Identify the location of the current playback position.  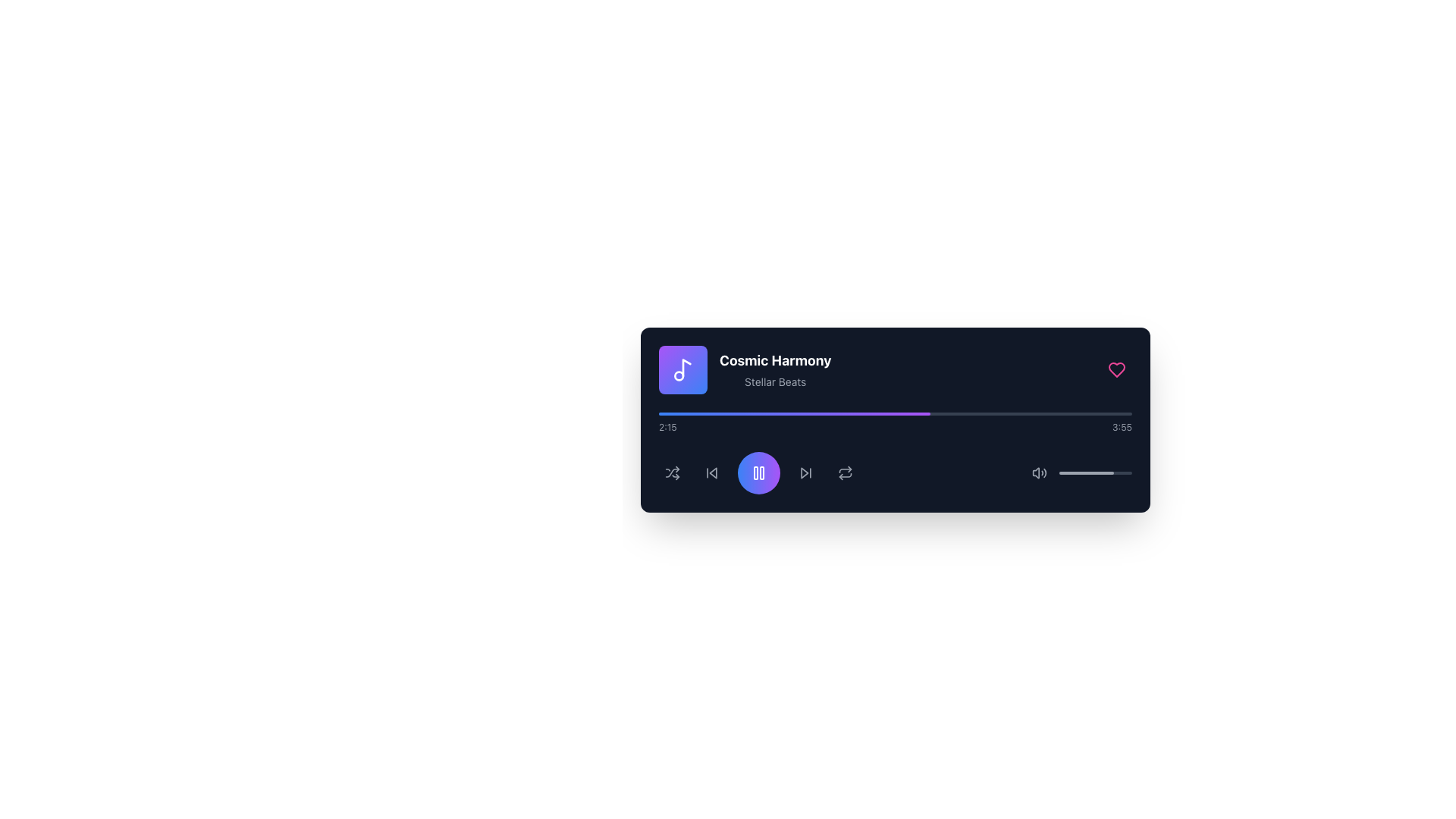
(747, 414).